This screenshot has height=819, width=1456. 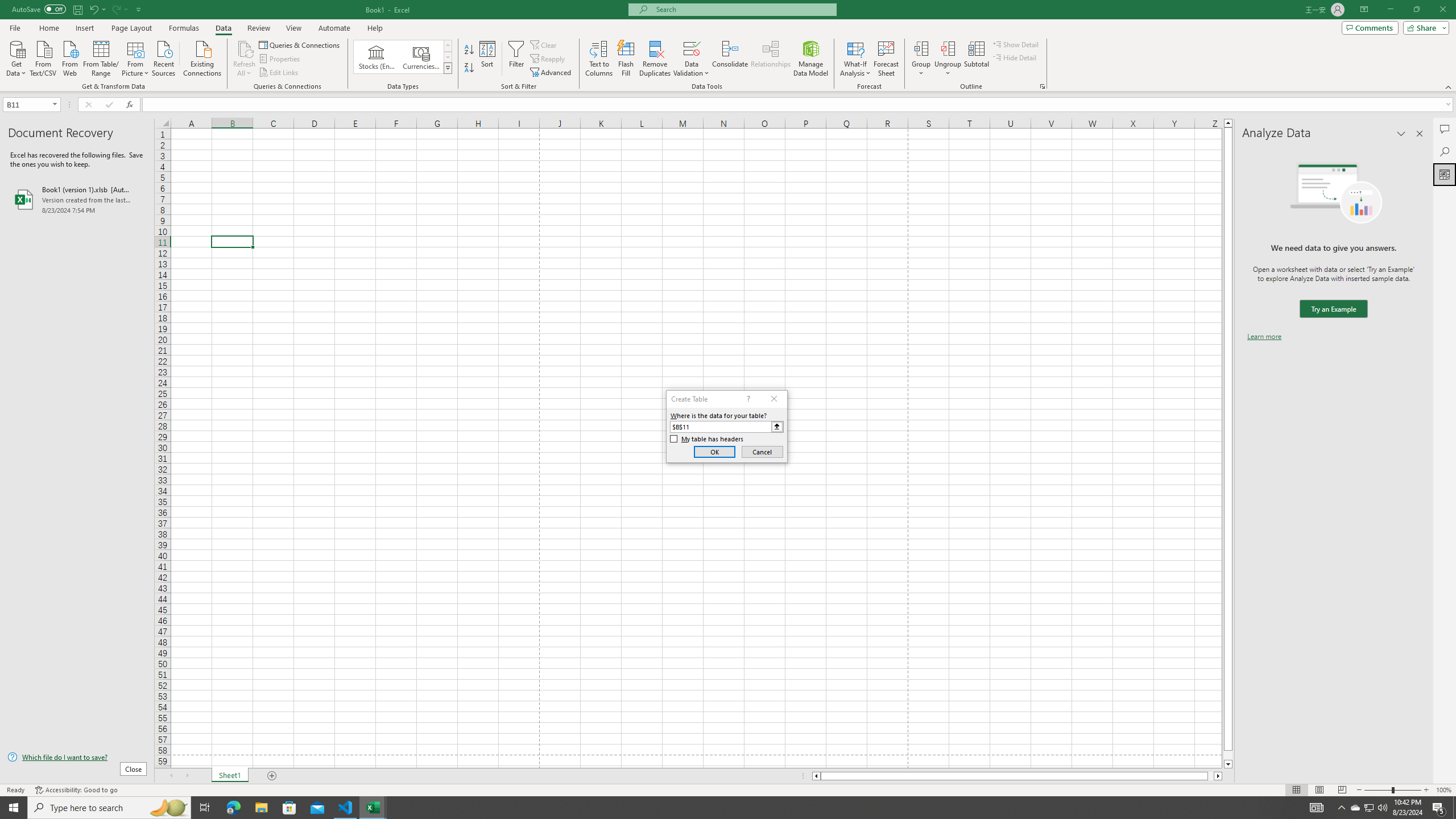 I want to click on 'Data Validation...', so click(x=691, y=59).